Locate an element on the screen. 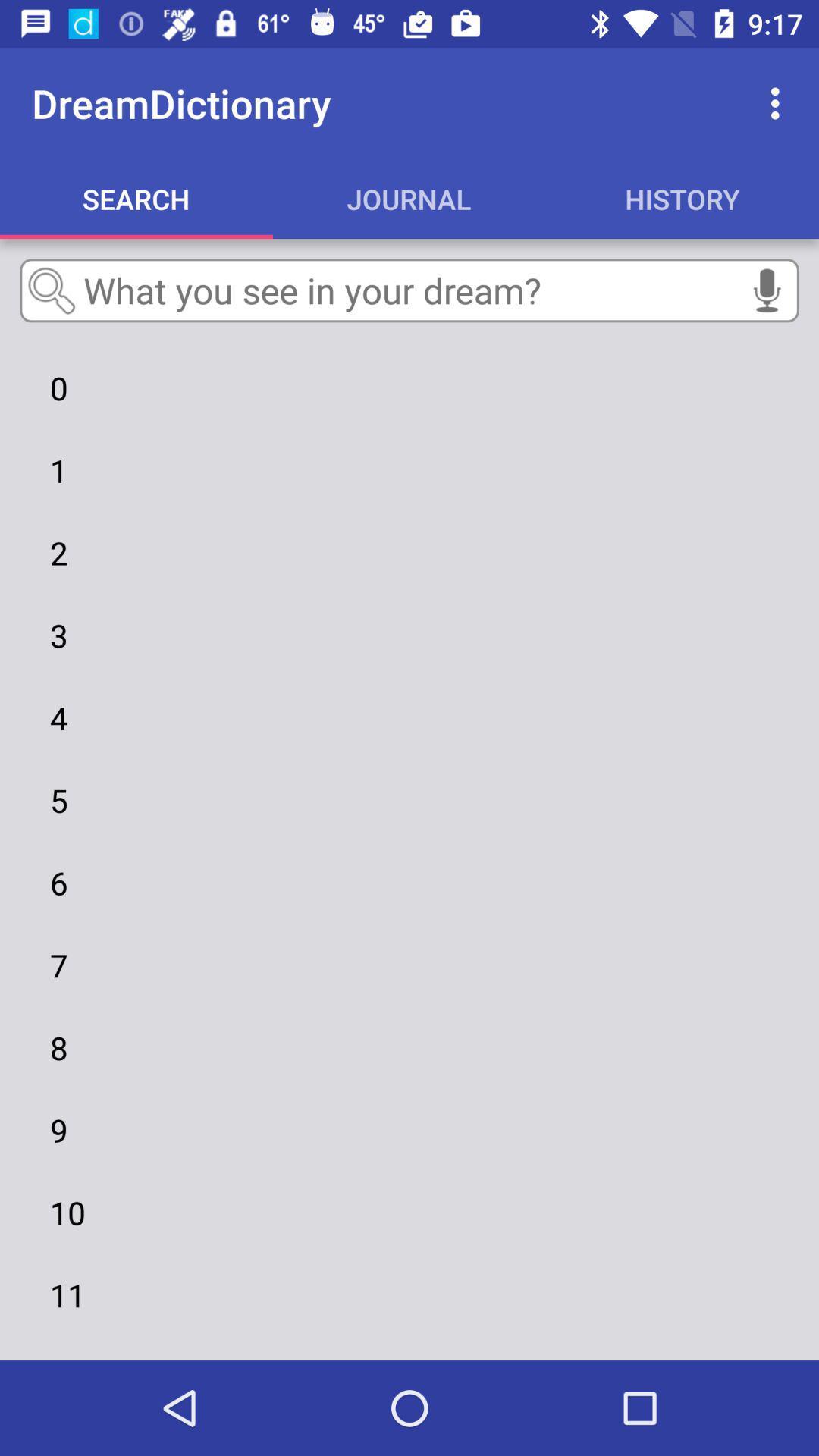  the icon to the right of the dreamdictionary app is located at coordinates (779, 102).